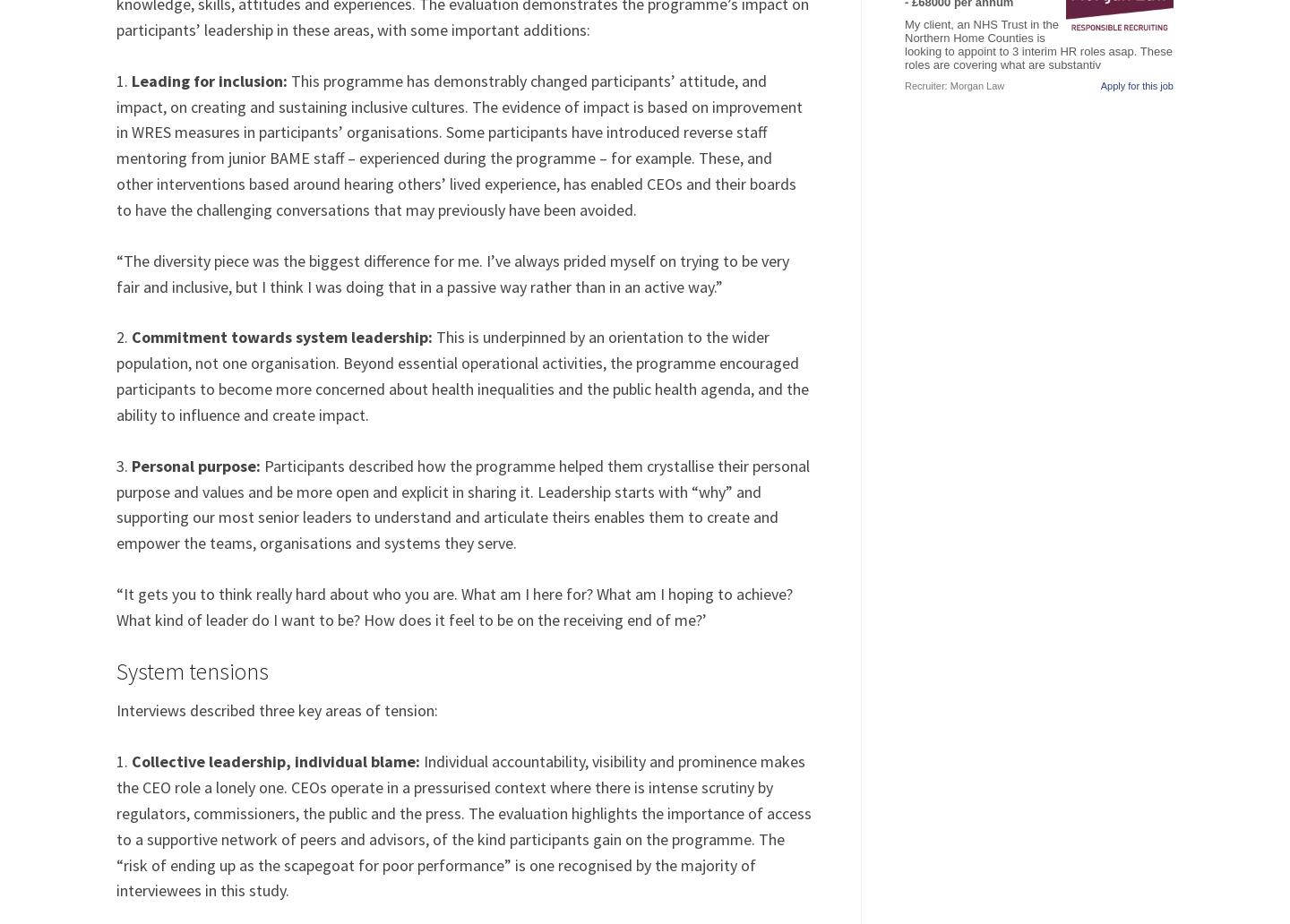 The image size is (1290, 924). What do you see at coordinates (131, 80) in the screenshot?
I see `'Leading for inclusion:'` at bounding box center [131, 80].